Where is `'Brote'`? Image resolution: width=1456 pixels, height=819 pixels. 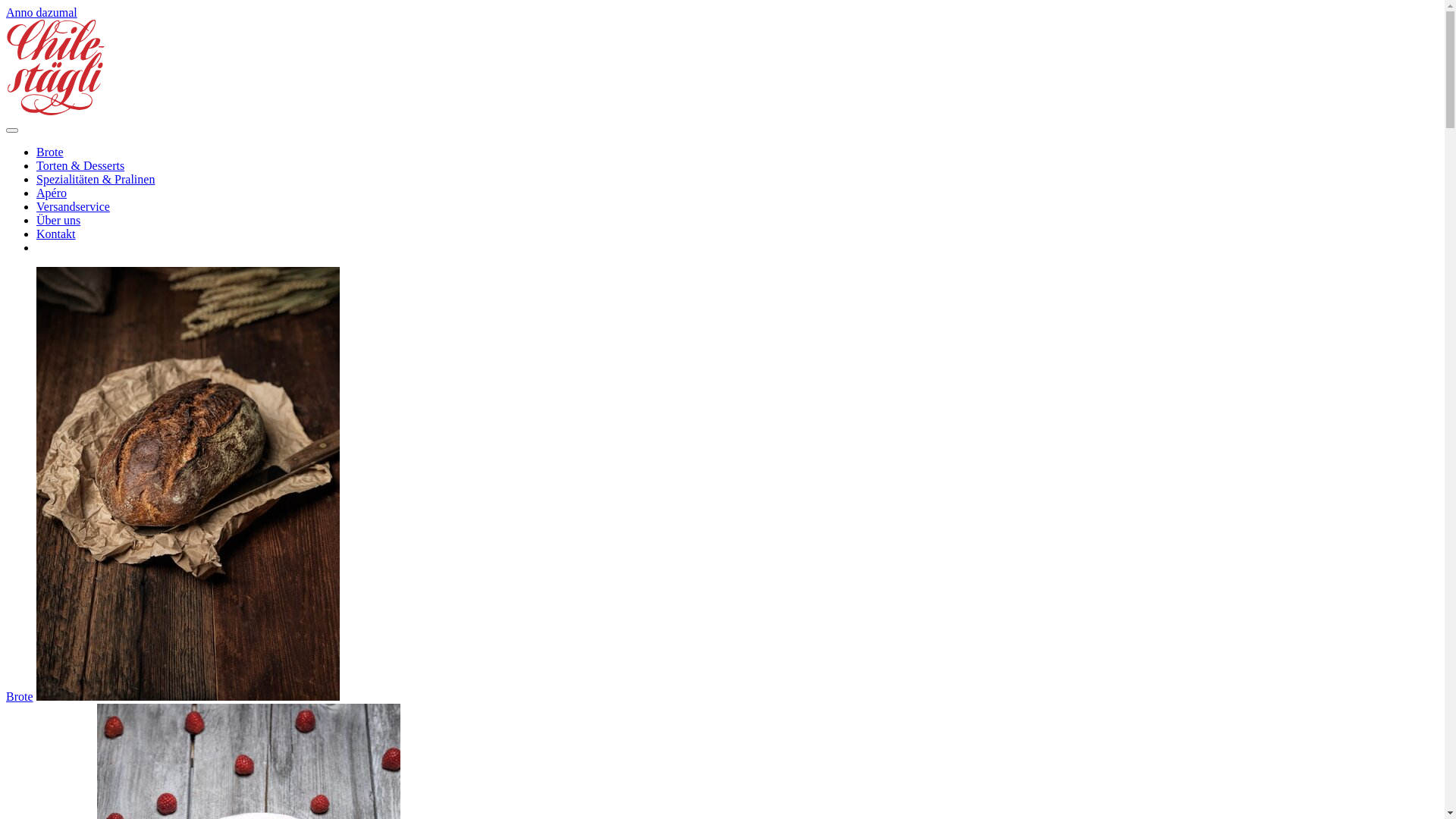 'Brote' is located at coordinates (50, 152).